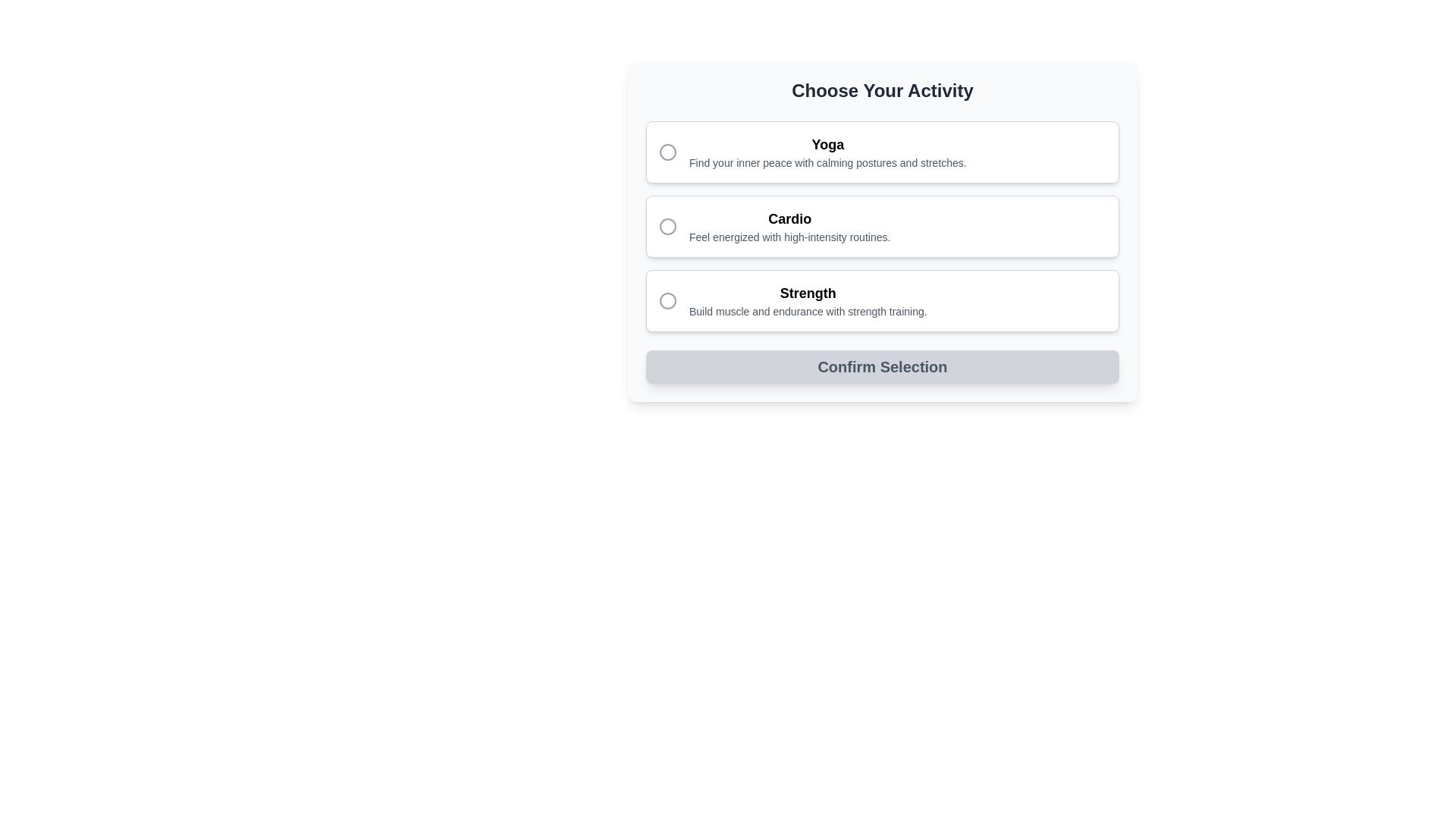 The height and width of the screenshot is (819, 1456). What do you see at coordinates (807, 301) in the screenshot?
I see `text content of the Text block with the bold heading 'Strength' and the description 'Build muscle and endurance with strength training.' located at the bottom of the vertical list under 'Choose Your Activity'` at bounding box center [807, 301].